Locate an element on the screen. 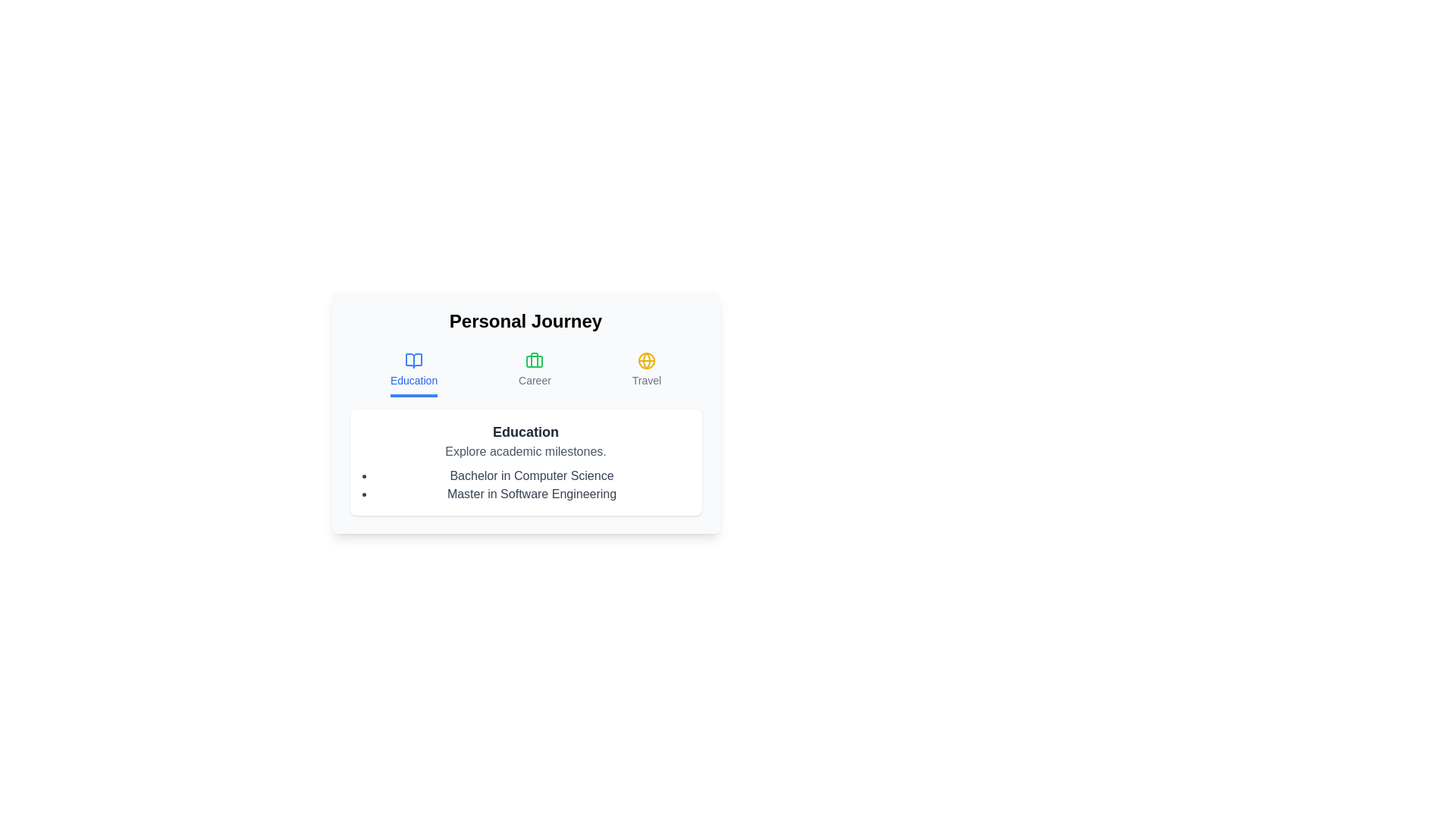 The height and width of the screenshot is (819, 1456). the Text Label that serves as the title for the section introducing academic information, positioned directly above the text 'Explore academic milestones.' is located at coordinates (526, 432).